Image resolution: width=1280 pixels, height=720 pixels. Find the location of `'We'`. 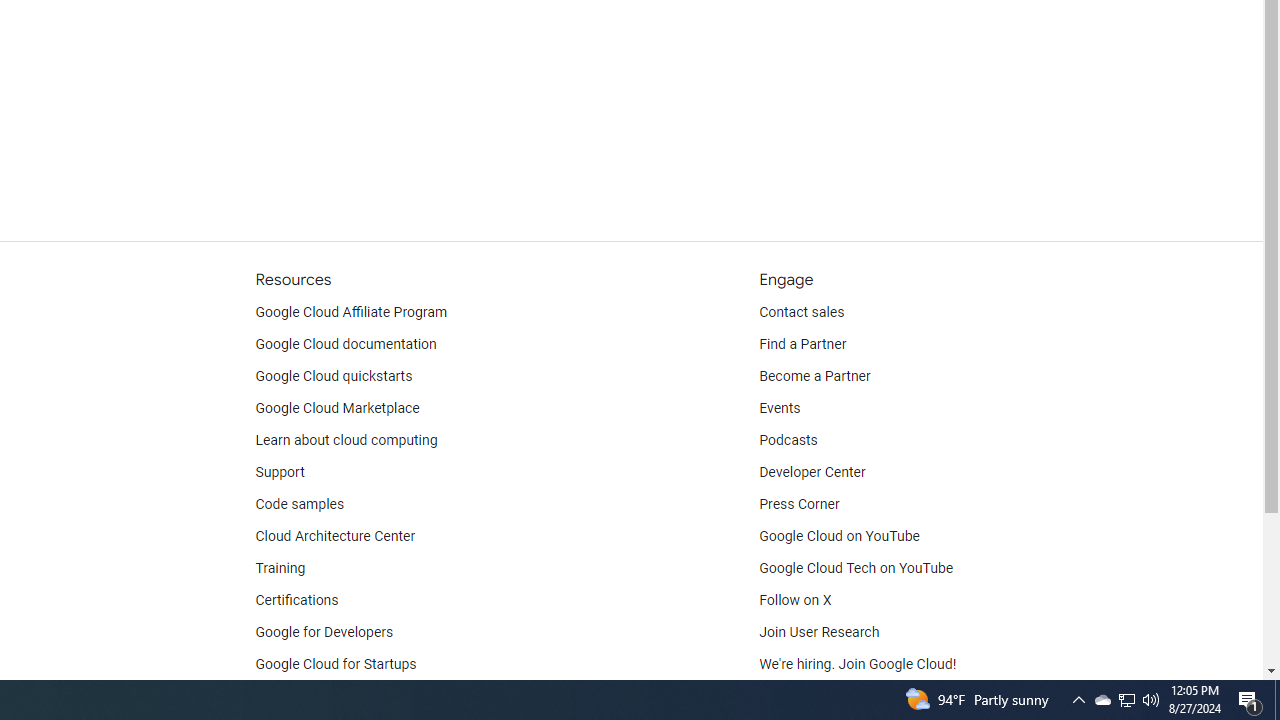

'We' is located at coordinates (858, 664).